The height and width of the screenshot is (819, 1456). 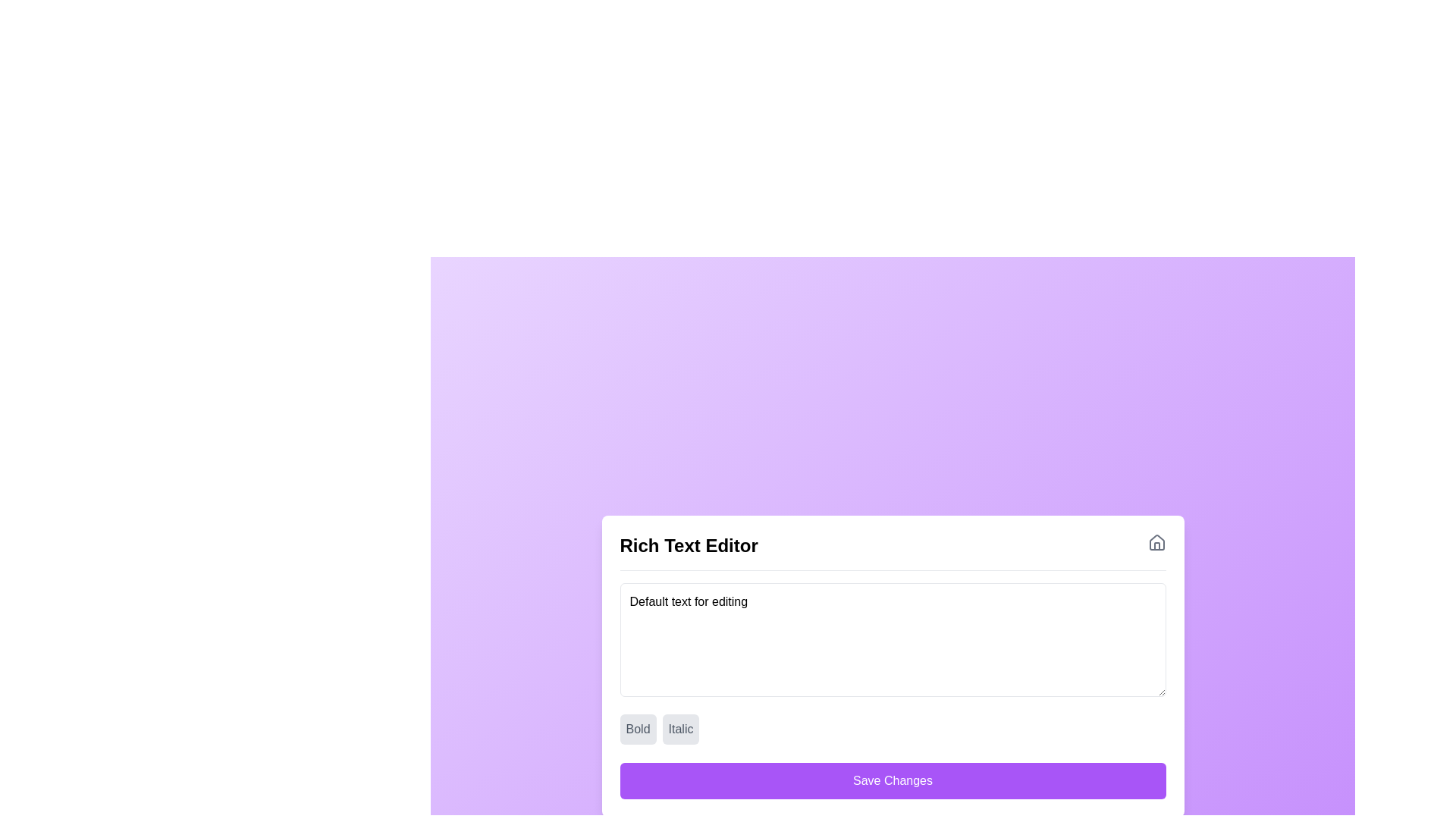 I want to click on the bold, large 'Rich Text Editor' label located at the top left of the text editor's toolbar, so click(x=688, y=546).